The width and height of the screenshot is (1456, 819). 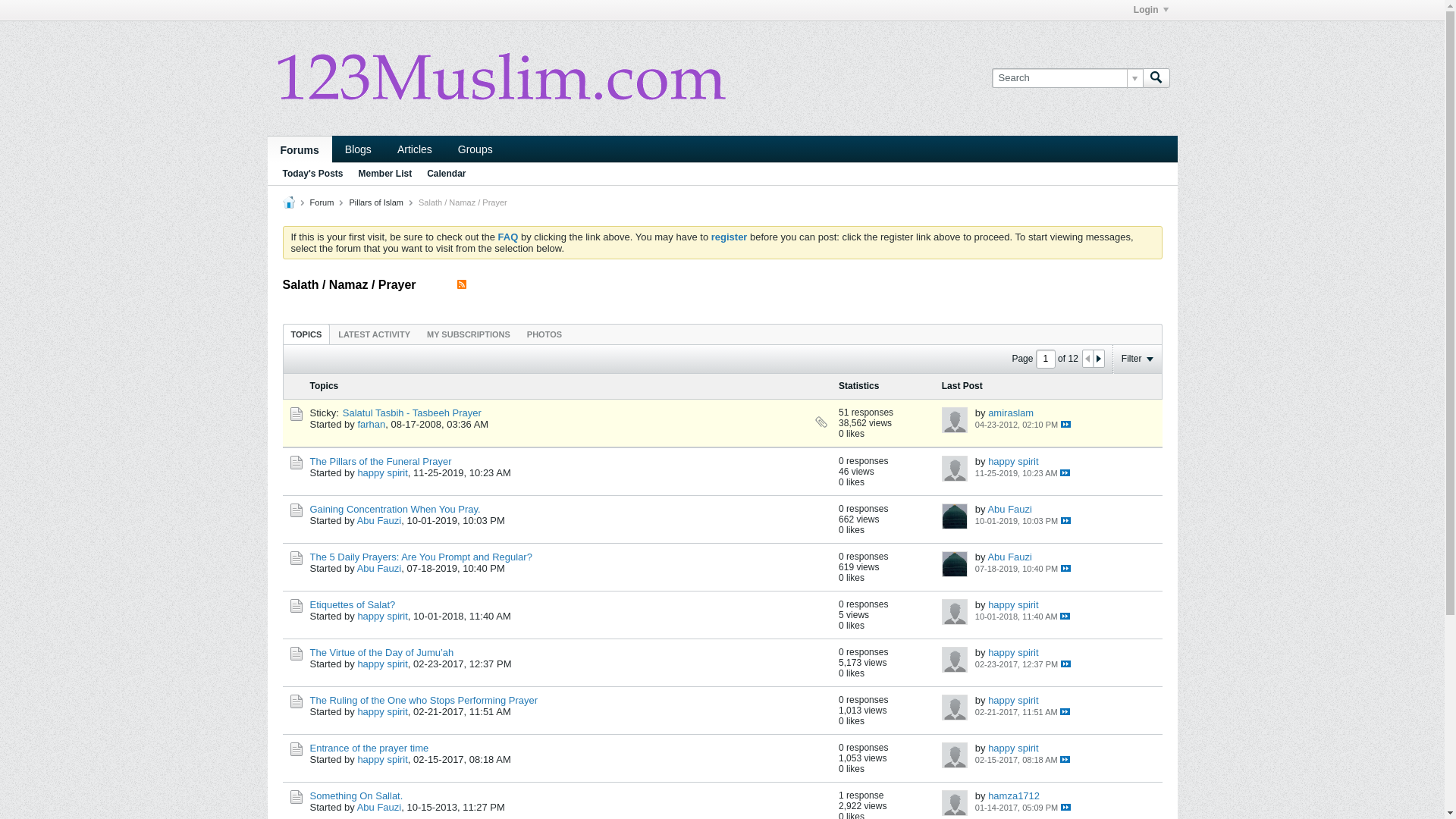 What do you see at coordinates (953, 802) in the screenshot?
I see `'hamza1712'` at bounding box center [953, 802].